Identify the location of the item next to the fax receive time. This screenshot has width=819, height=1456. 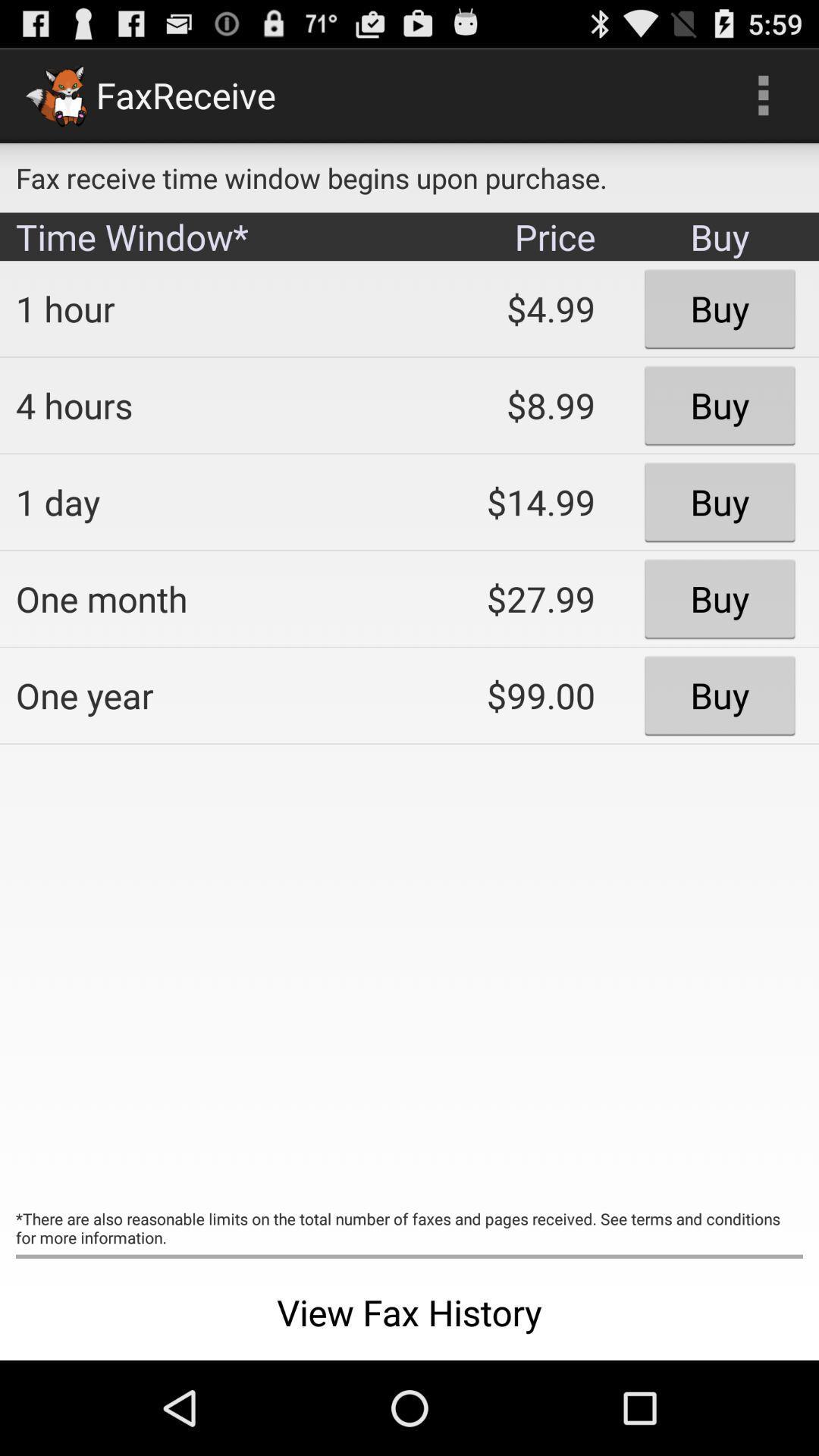
(763, 94).